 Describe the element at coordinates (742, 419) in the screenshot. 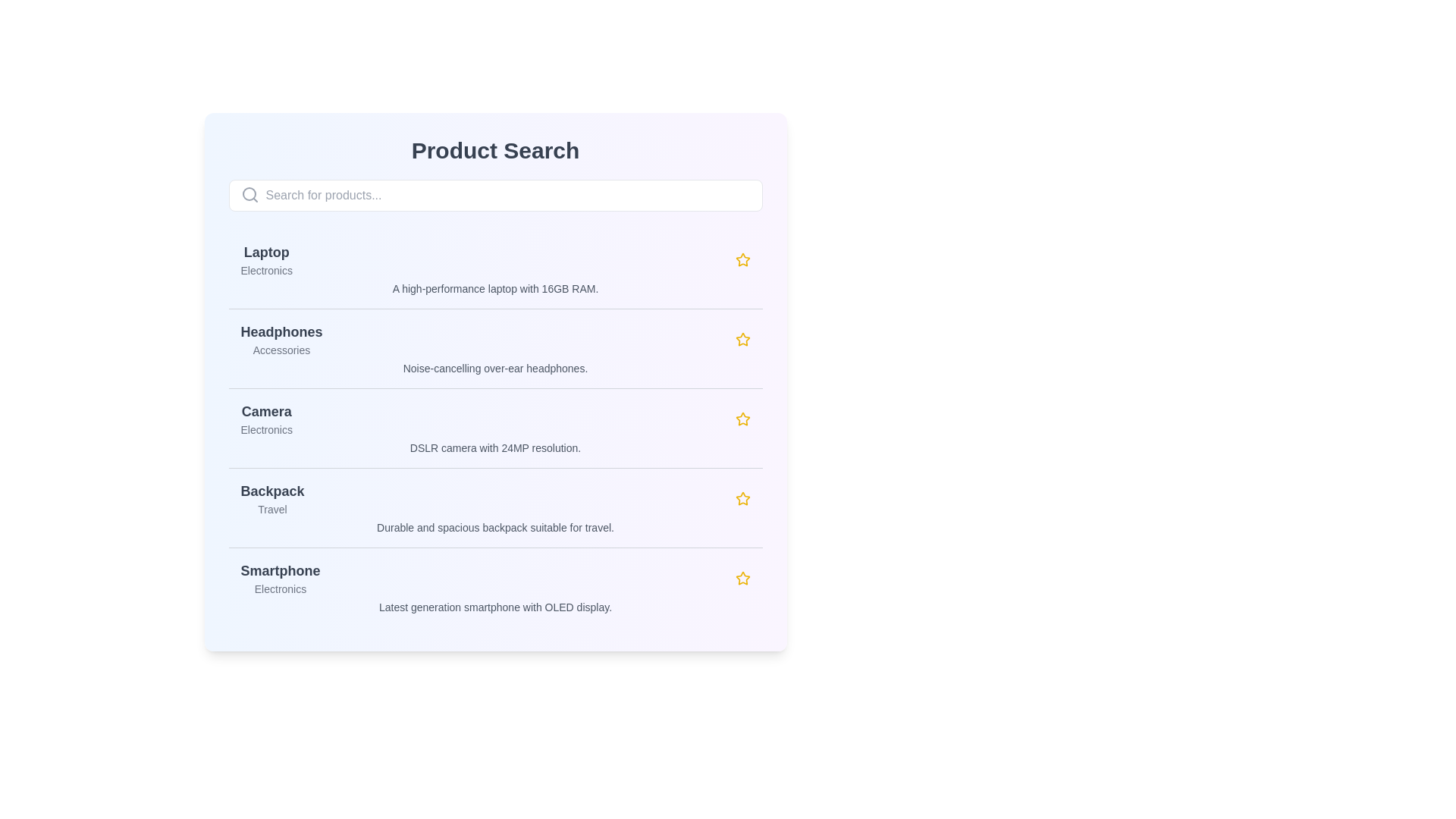

I see `the yellow star icon outlined in black, which resembles a rating star and is located to the right of the 'Camera' product listing` at that location.